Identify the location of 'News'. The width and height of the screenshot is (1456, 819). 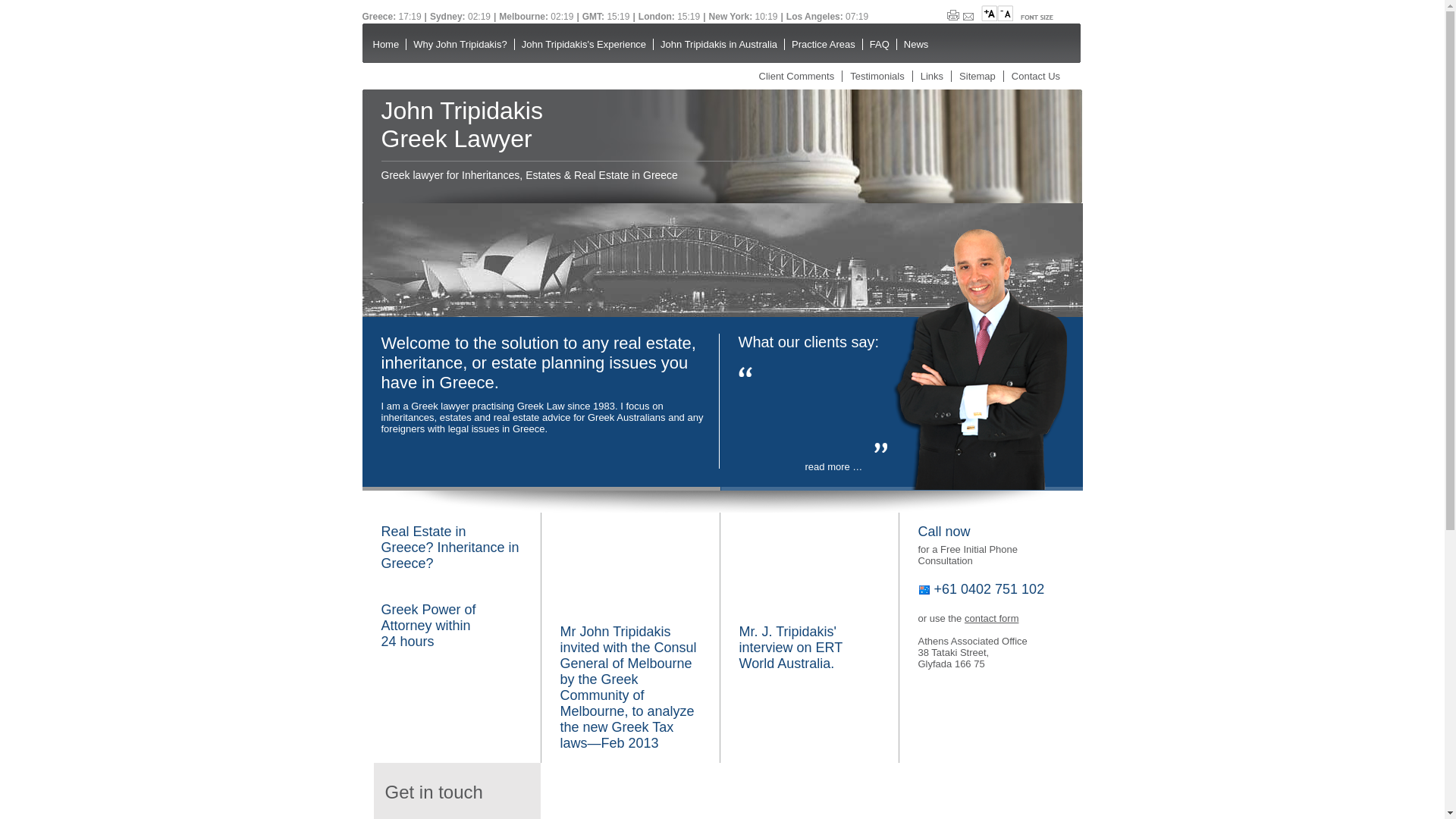
(896, 43).